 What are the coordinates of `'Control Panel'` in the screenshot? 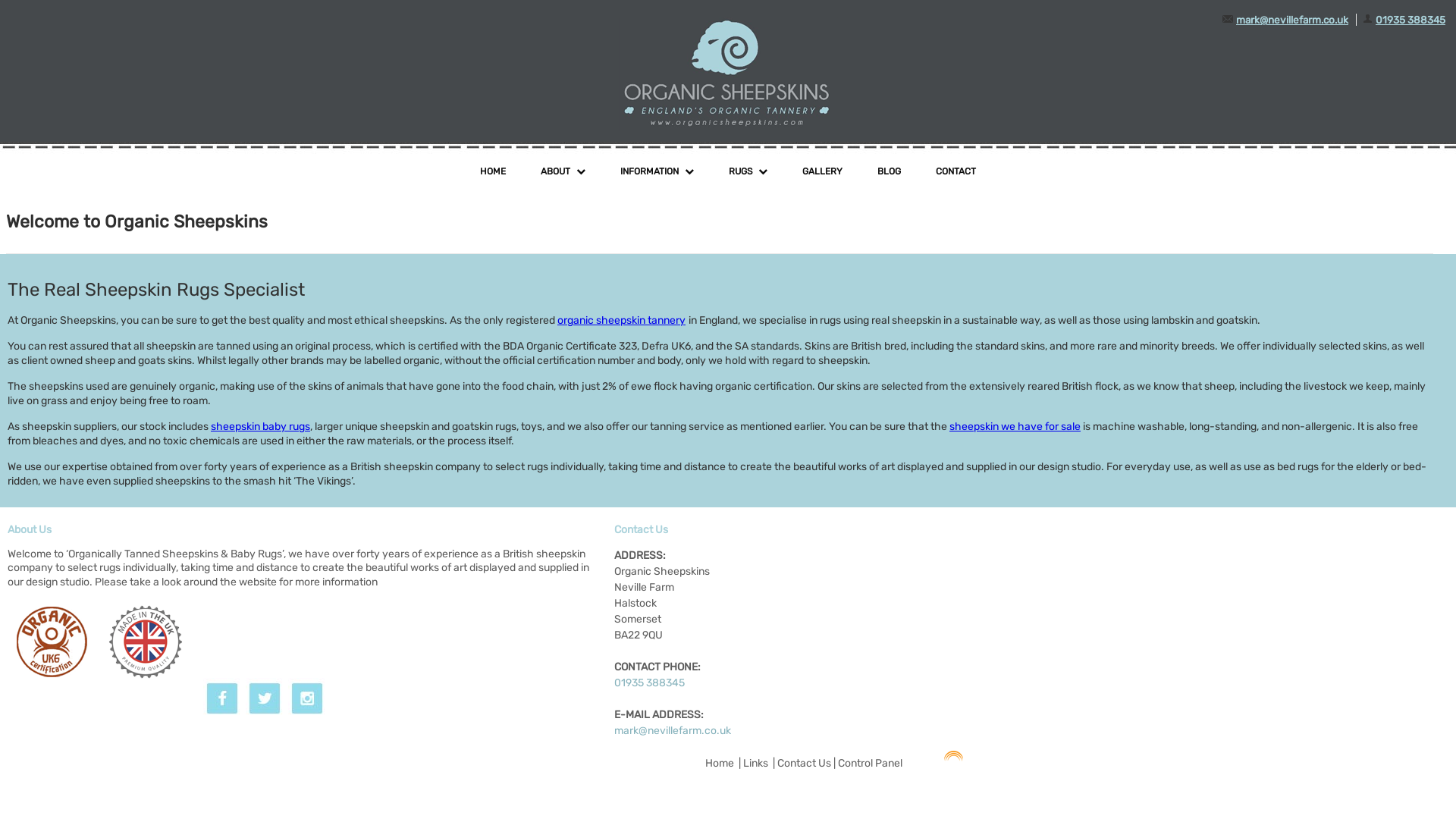 It's located at (836, 763).